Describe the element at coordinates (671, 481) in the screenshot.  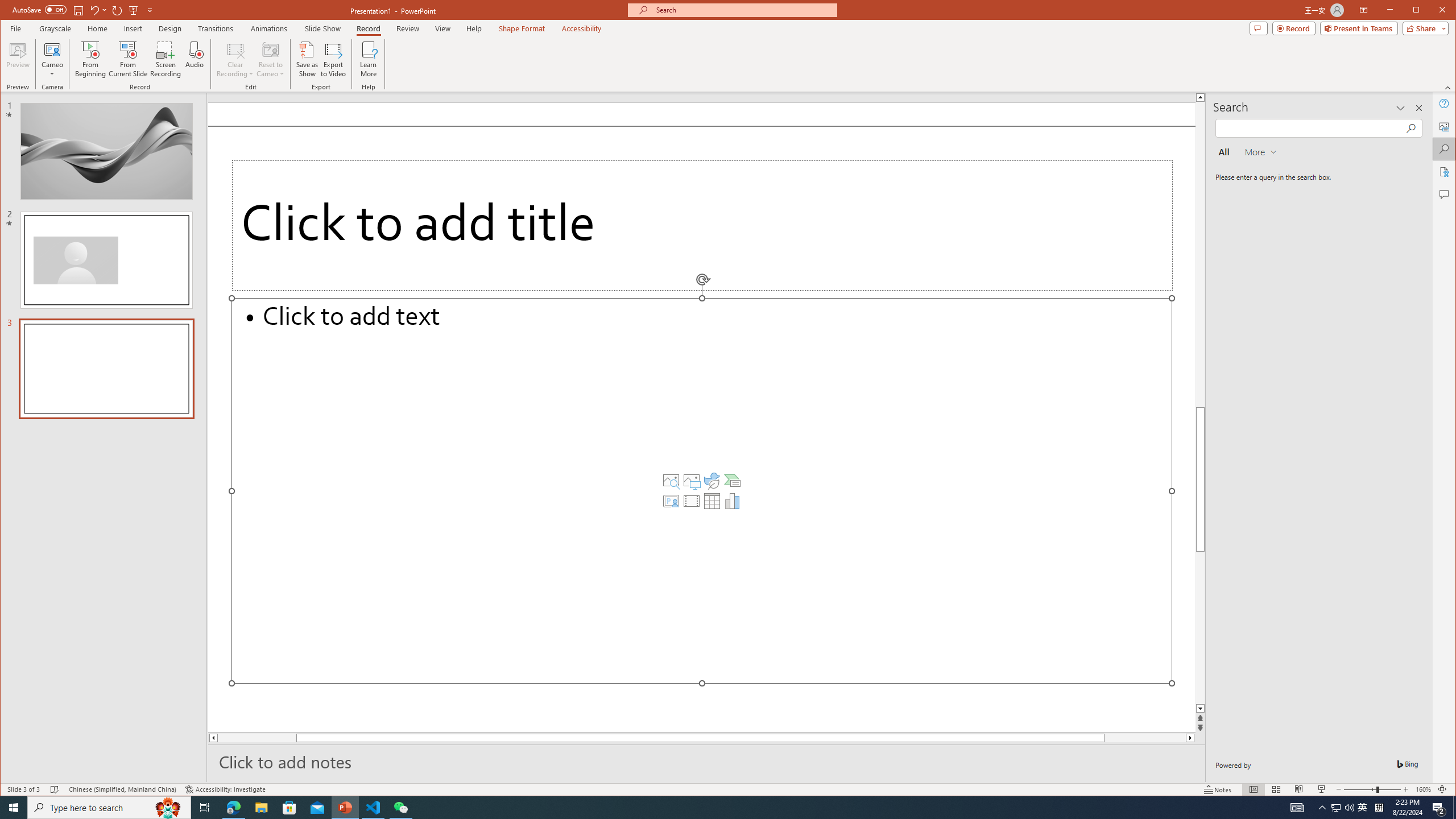
I see `'Stock Images'` at that location.